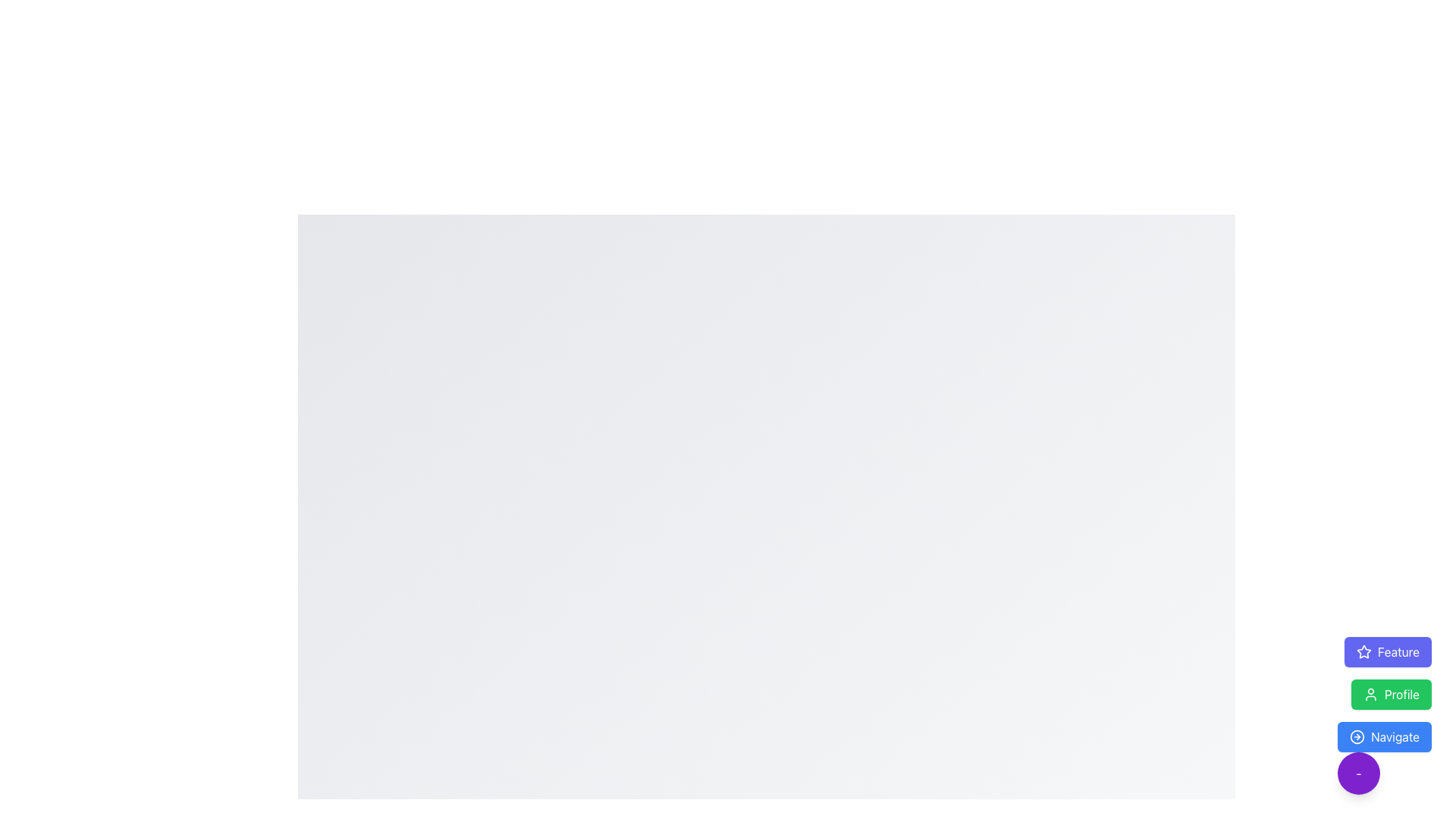  Describe the element at coordinates (1363, 651) in the screenshot. I see `the star-shaped icon with an outlined design, located near the top of the interactive button labeled 'Feature'` at that location.